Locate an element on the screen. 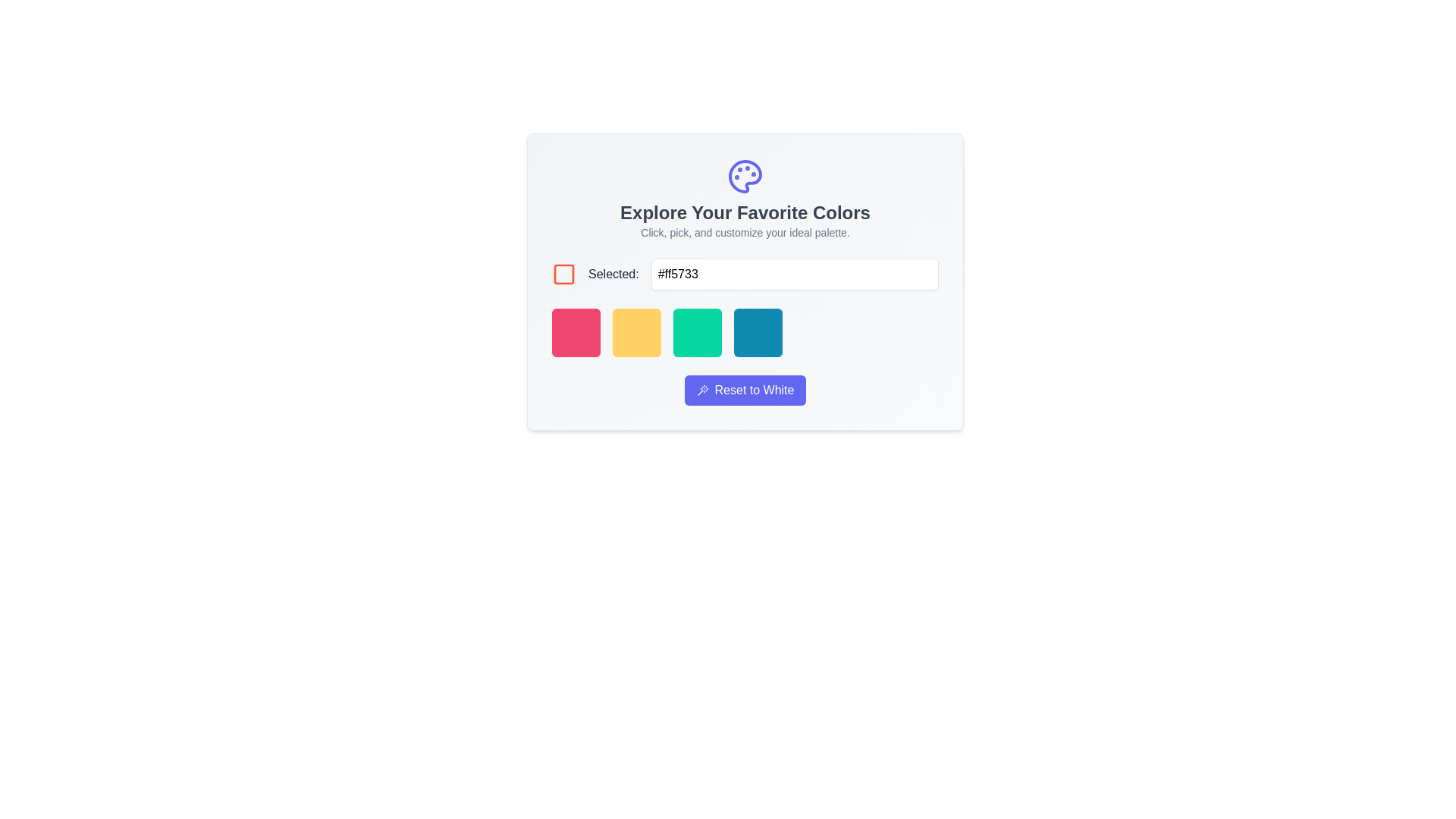 The image size is (1456, 819). to select text in the Text Input Box for hexadecimal color code input located beside the label 'Selected:' is located at coordinates (794, 275).